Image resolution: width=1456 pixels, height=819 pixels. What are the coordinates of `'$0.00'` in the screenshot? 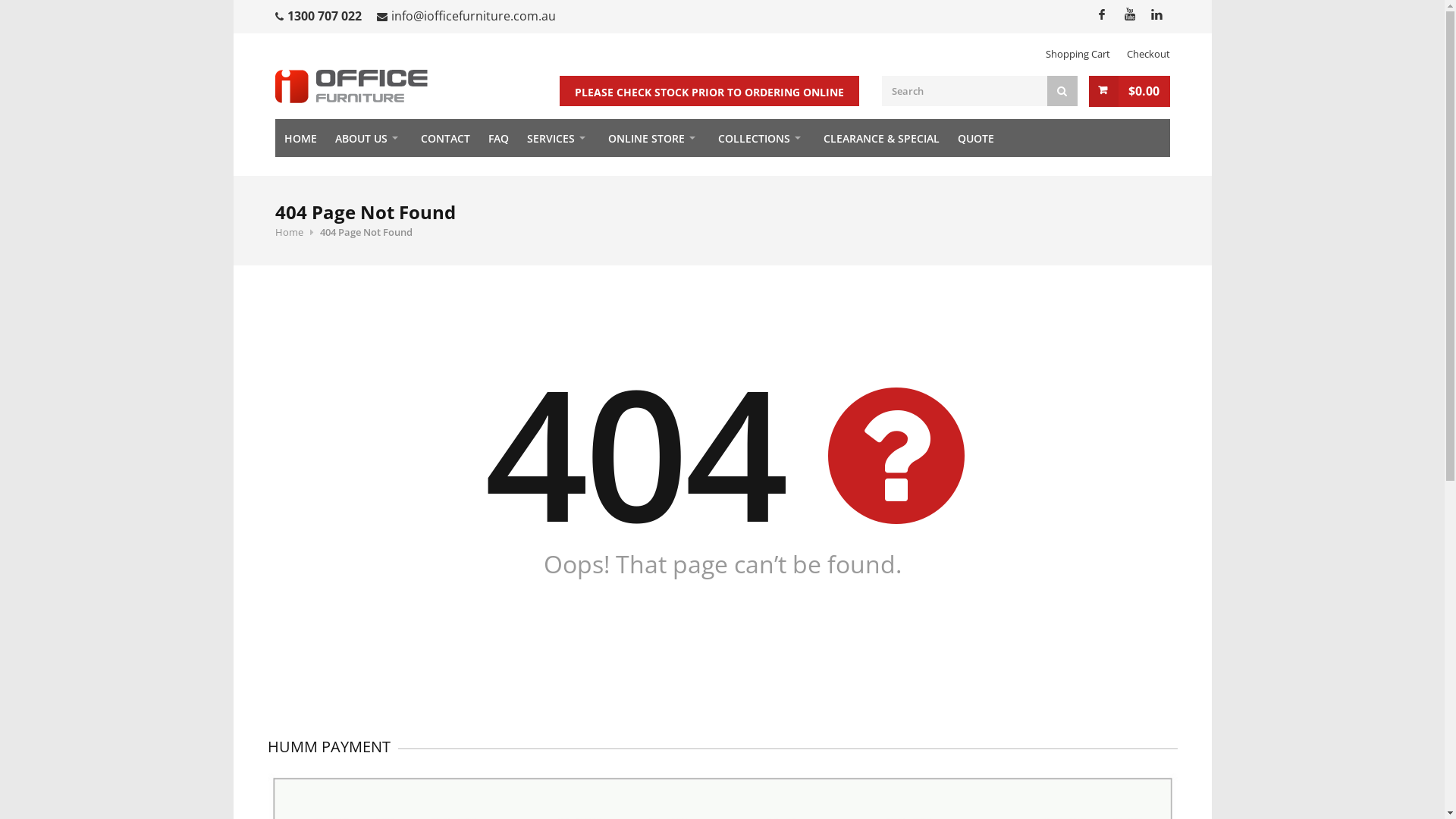 It's located at (1129, 91).